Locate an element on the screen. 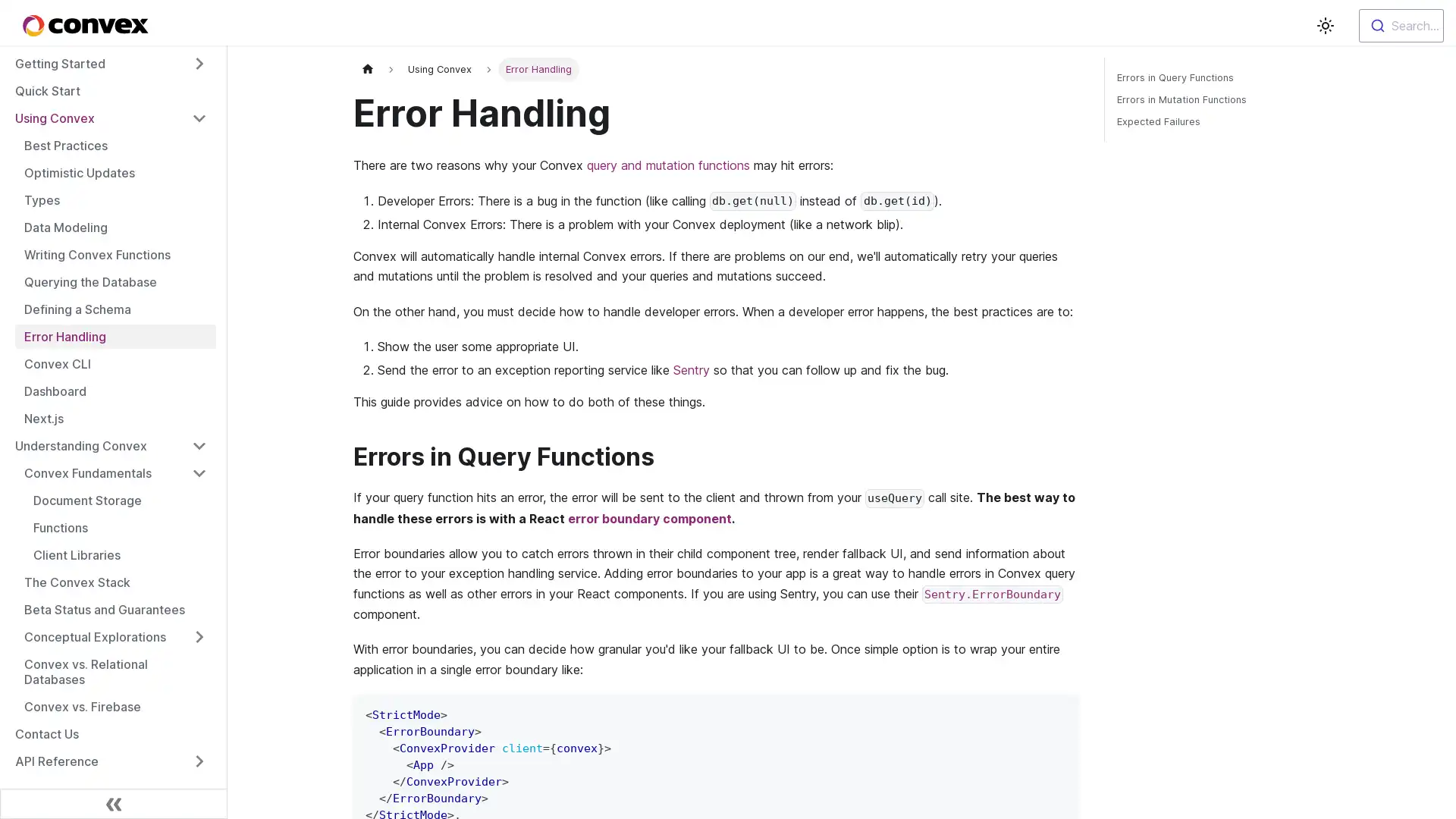 The image size is (1456, 819). Toggle the collapsible sidebar category 'Using Convex' is located at coordinates (199, 117).